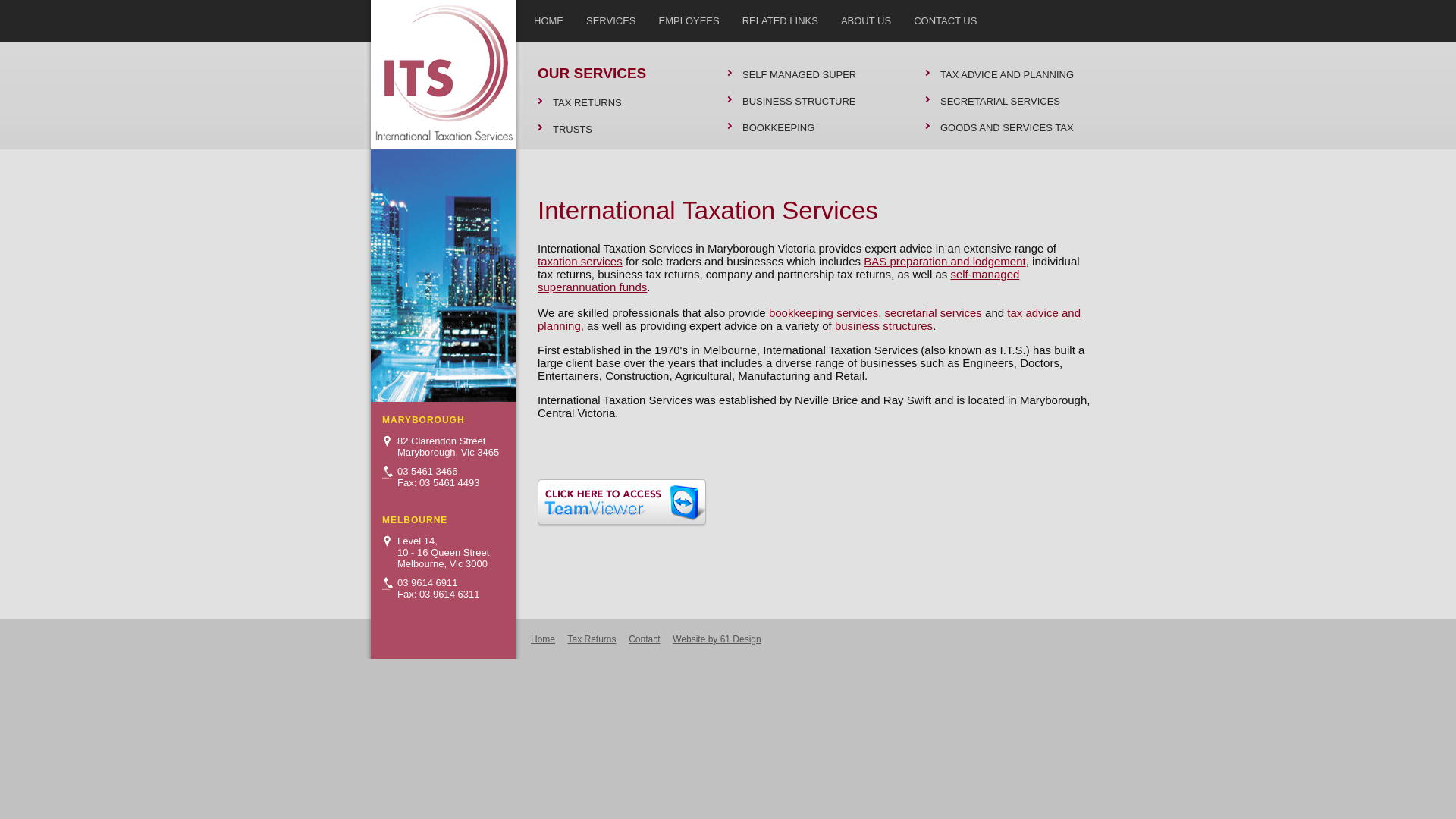 The image size is (1456, 819). I want to click on 'RELATED LINKS', so click(780, 18).